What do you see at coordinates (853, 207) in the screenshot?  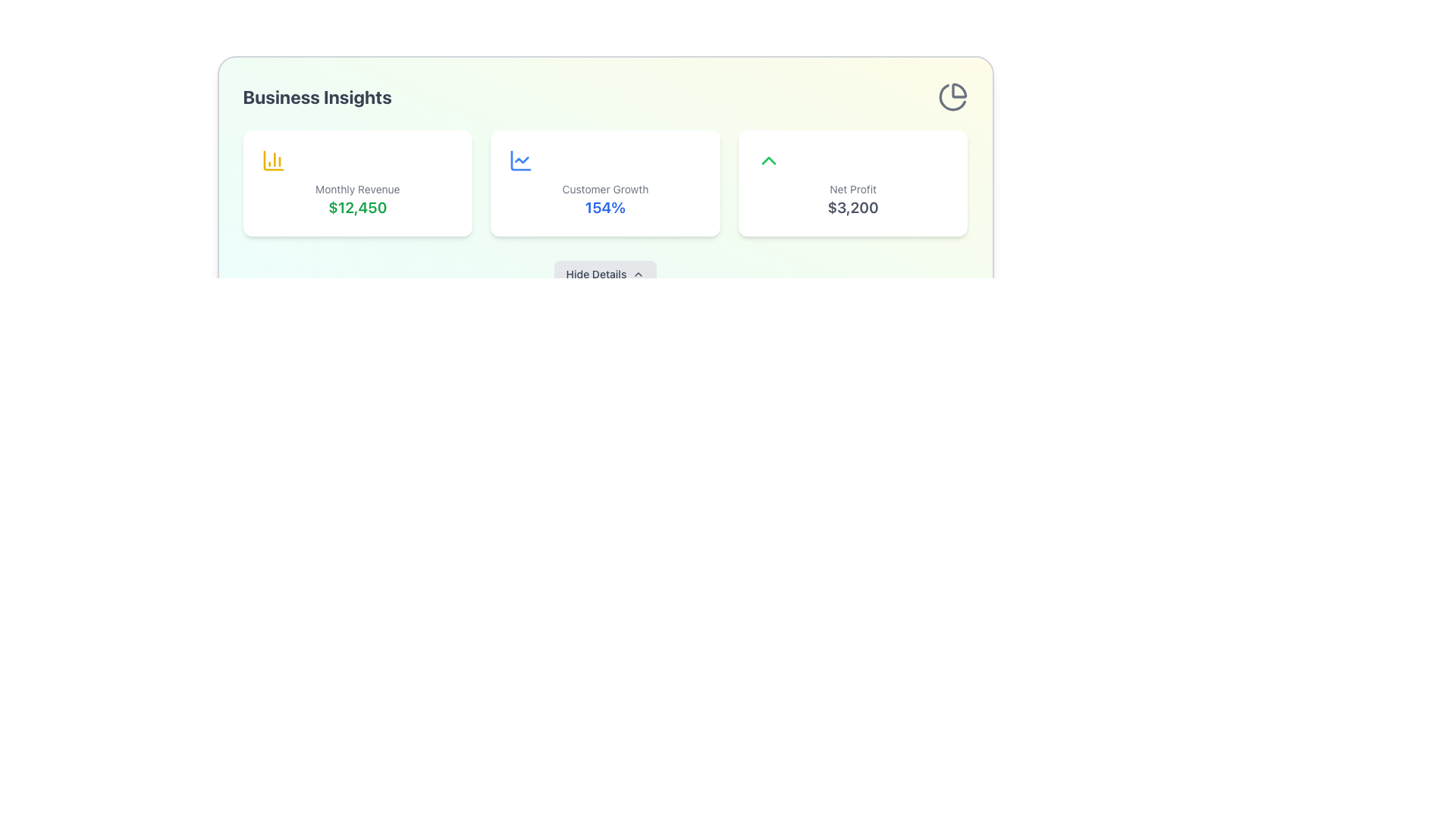 I see `the Text Display element that shows the net profit value, located beneath the 'Net Profit' label and a green upward-pointing arrow in the 'Business Insights' section` at bounding box center [853, 207].